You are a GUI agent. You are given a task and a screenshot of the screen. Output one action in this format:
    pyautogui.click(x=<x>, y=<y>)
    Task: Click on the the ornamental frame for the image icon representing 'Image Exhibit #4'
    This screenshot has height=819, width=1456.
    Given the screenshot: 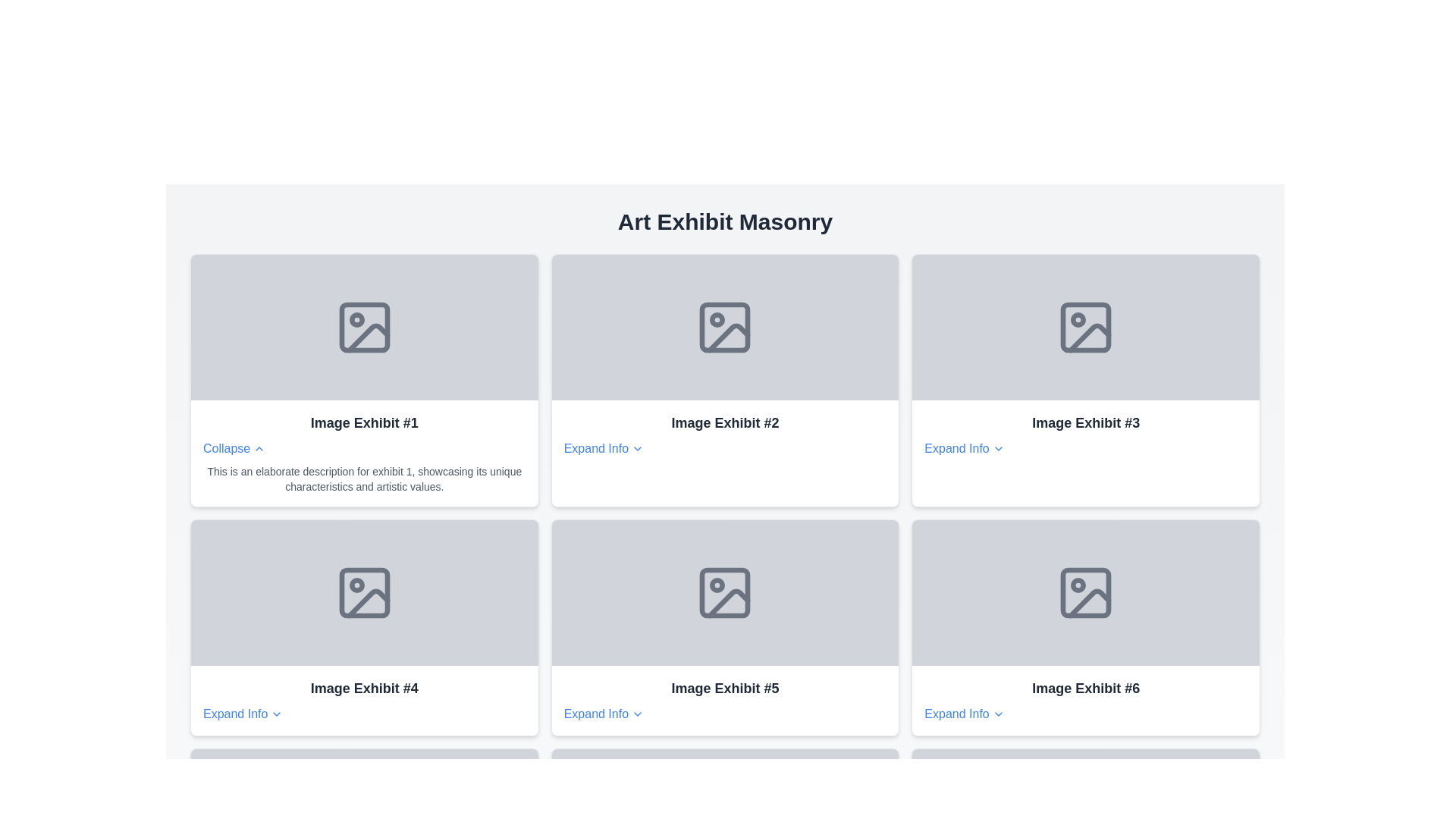 What is the action you would take?
    pyautogui.click(x=364, y=592)
    